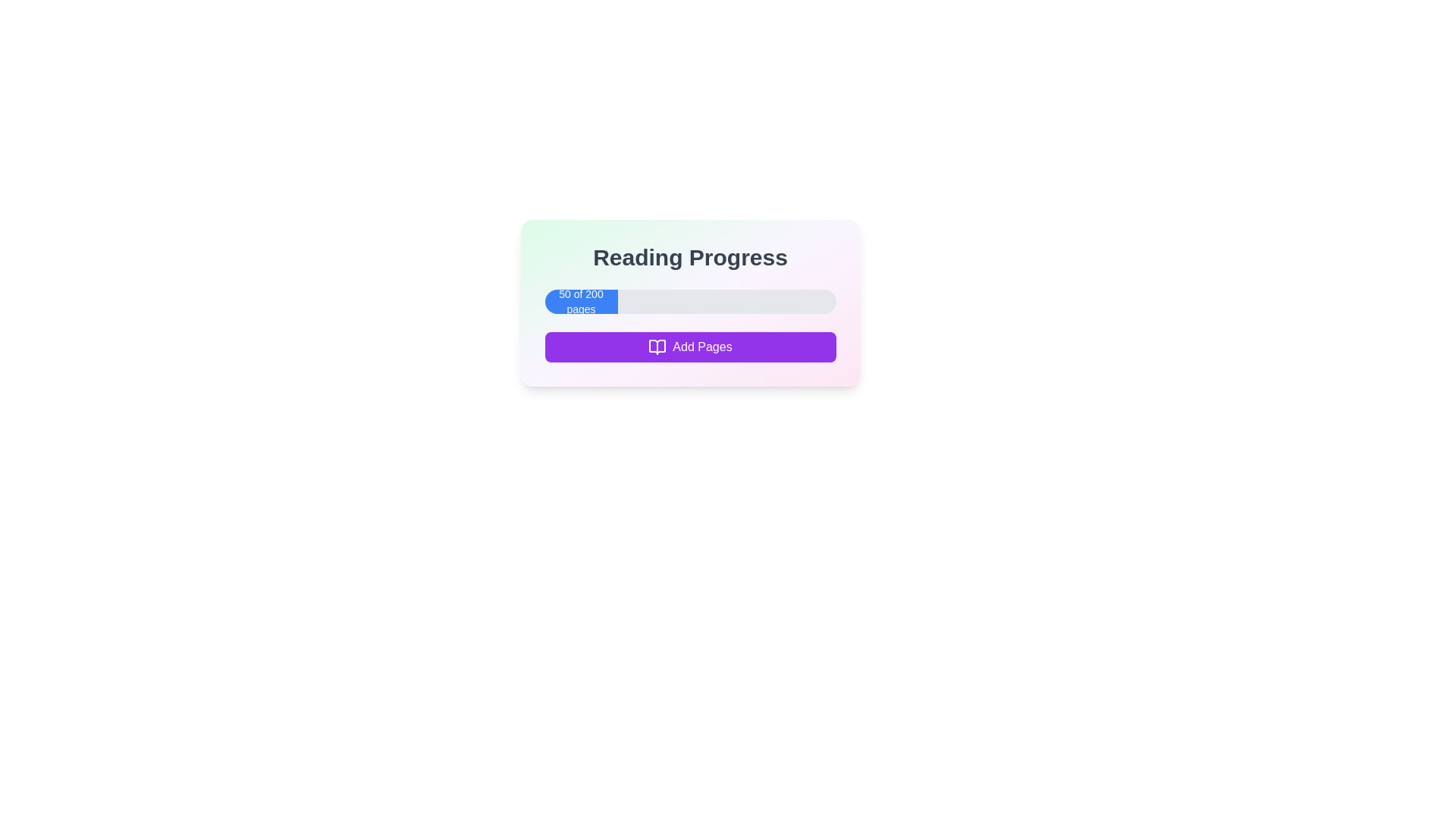 This screenshot has height=819, width=1456. What do you see at coordinates (657, 347) in the screenshot?
I see `the 'Add Pages' icon located on the left side of the button, which visually represents the action associated with adding pages` at bounding box center [657, 347].